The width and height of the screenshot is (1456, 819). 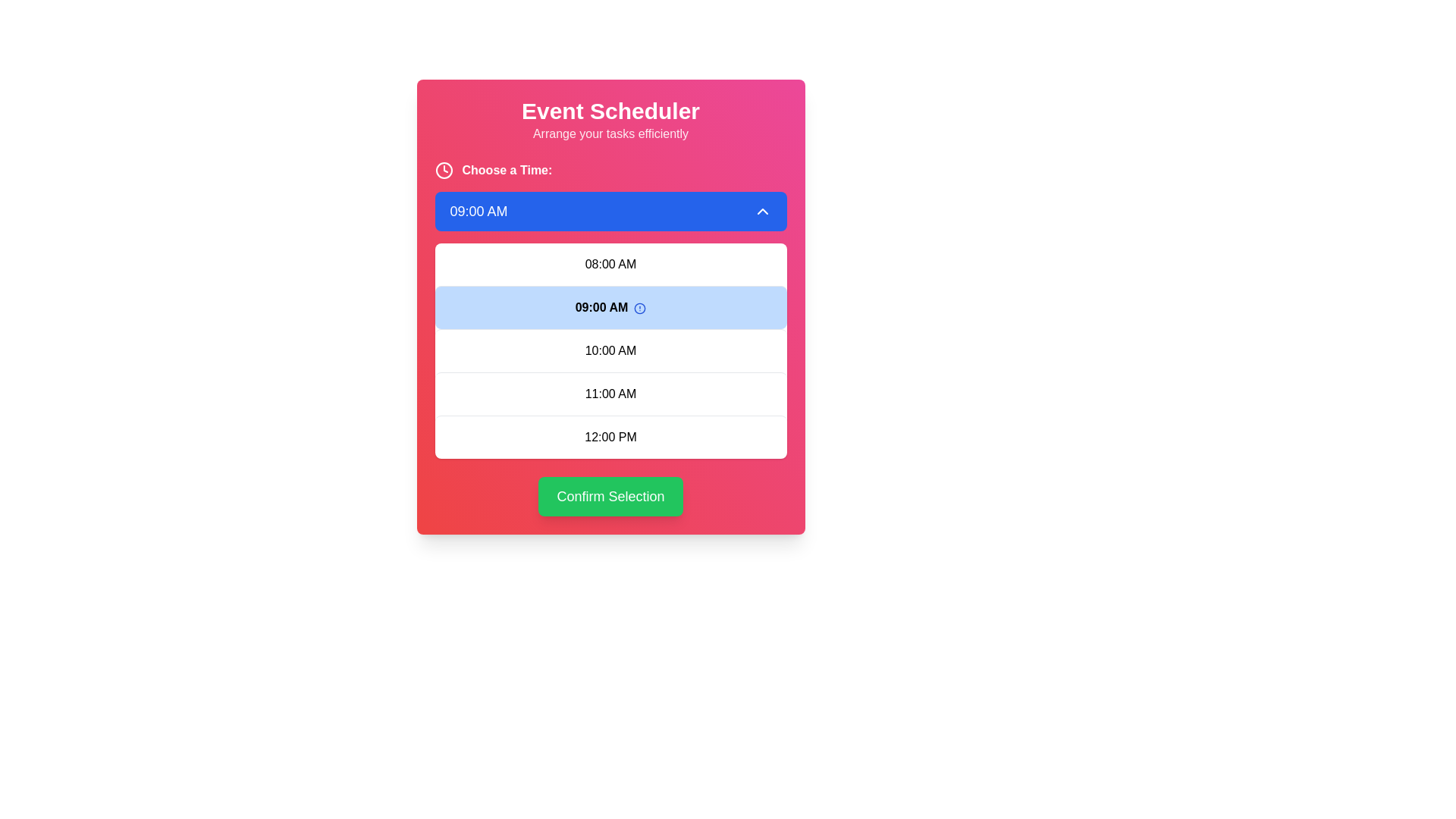 I want to click on the text label located to the right of the clock icon in the time selection section, so click(x=507, y=170).